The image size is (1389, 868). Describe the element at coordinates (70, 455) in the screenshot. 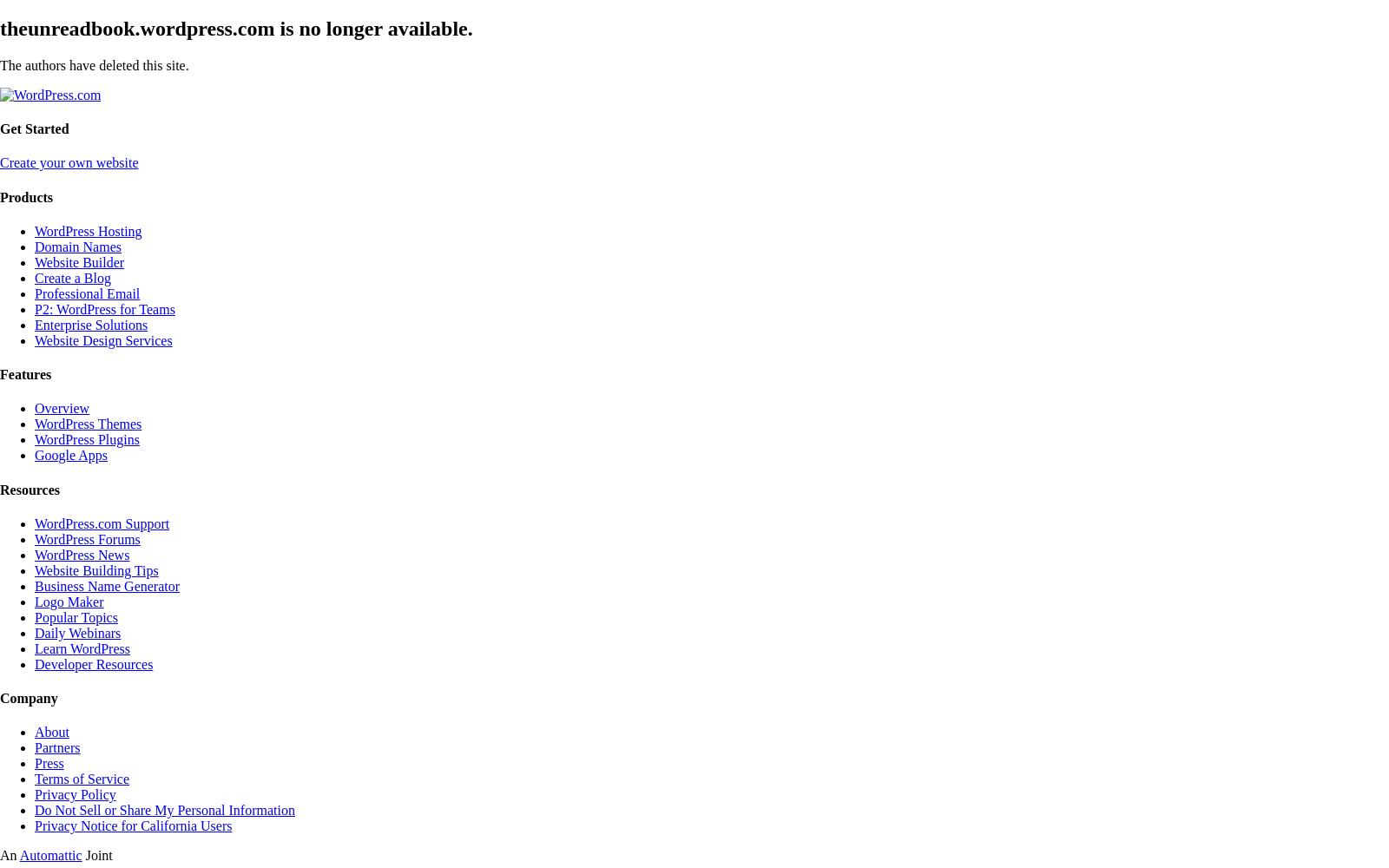

I see `'Google Apps'` at that location.